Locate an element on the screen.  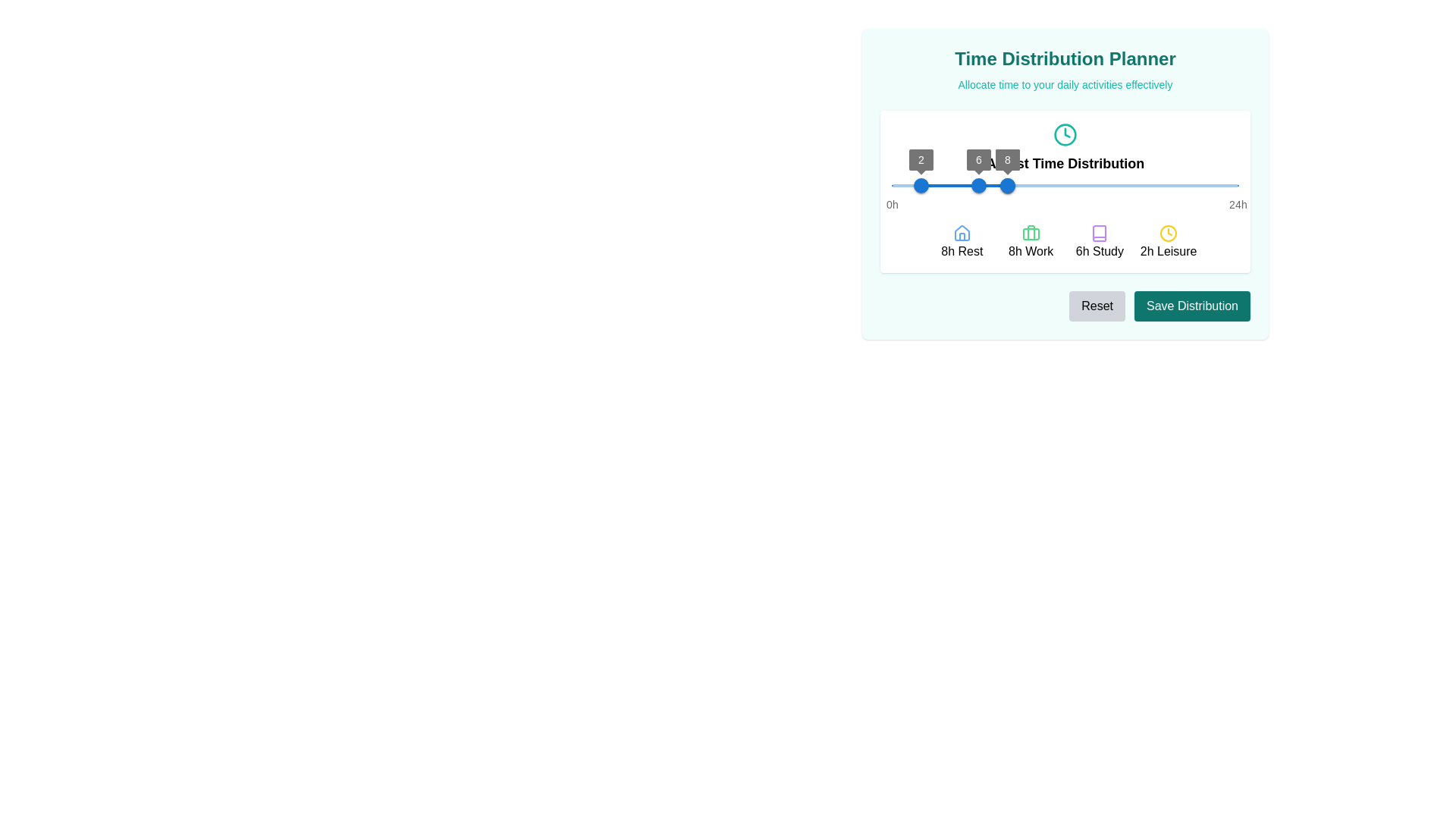
the slider value is located at coordinates (941, 185).